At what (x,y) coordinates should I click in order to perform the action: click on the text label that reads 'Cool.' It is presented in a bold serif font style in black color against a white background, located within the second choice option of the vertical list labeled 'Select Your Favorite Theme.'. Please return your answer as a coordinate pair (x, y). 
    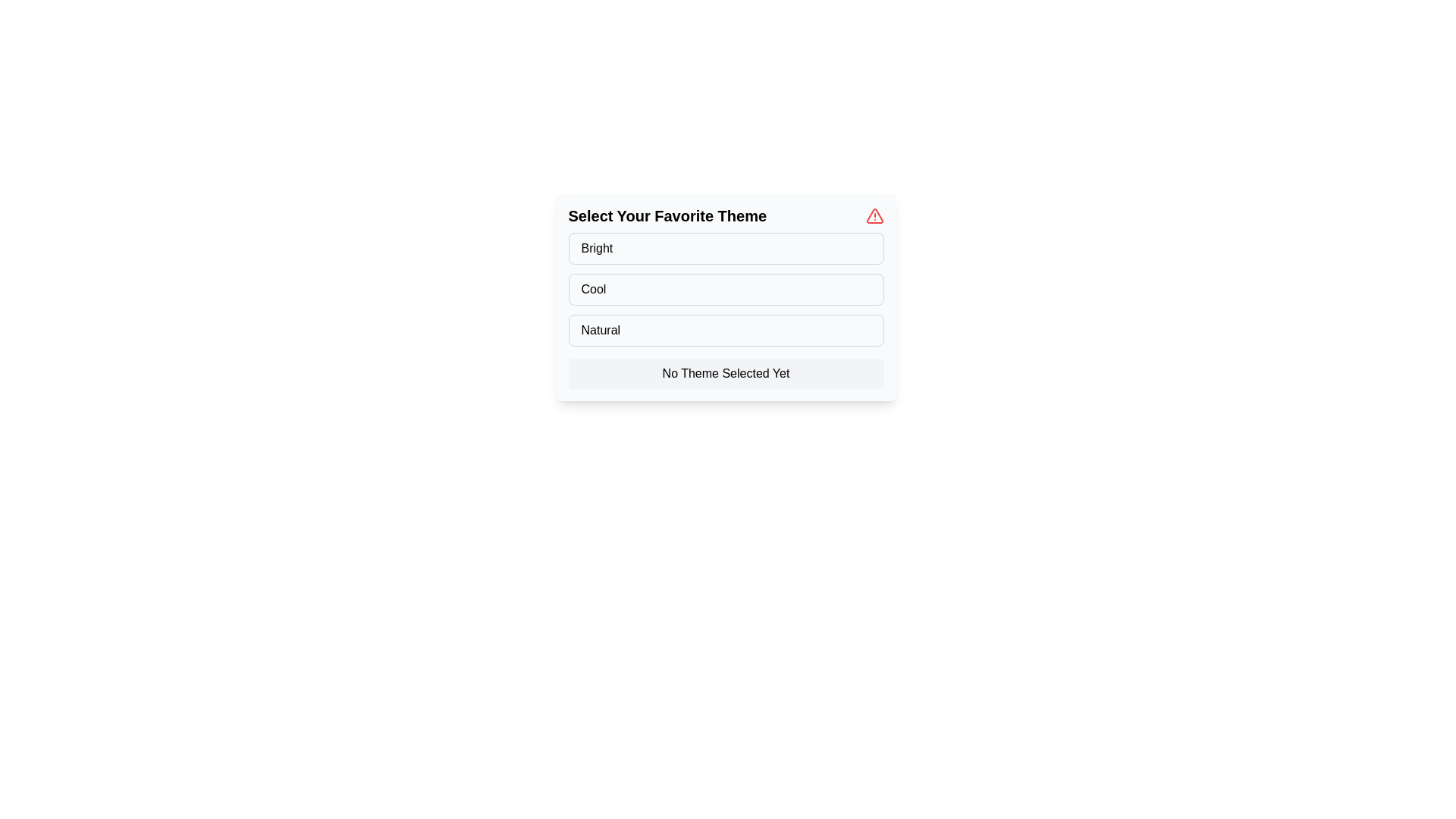
    Looking at the image, I should click on (592, 289).